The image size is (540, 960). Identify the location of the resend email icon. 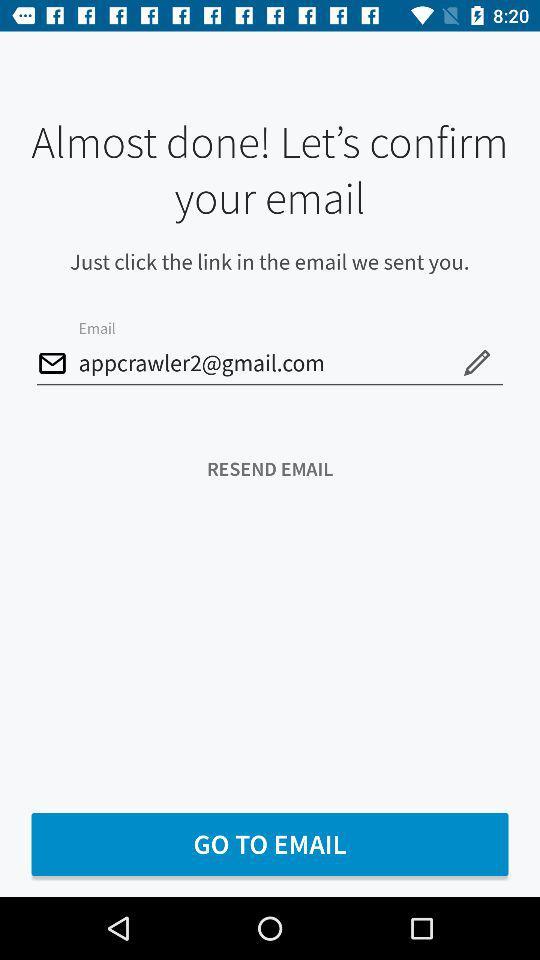
(270, 469).